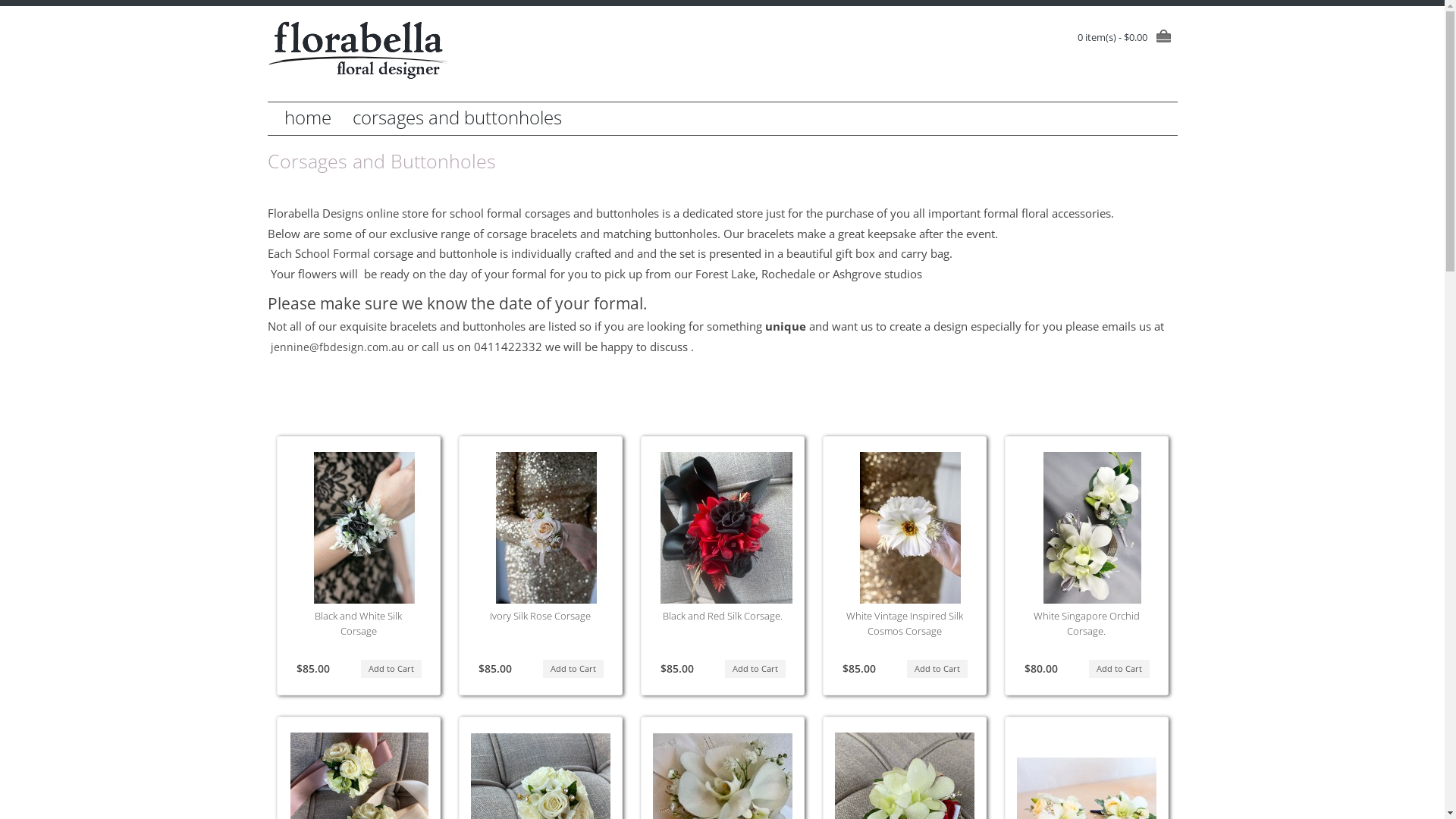 Image resolution: width=1456 pixels, height=819 pixels. Describe the element at coordinates (455, 116) in the screenshot. I see `'corsages and buttonholes'` at that location.